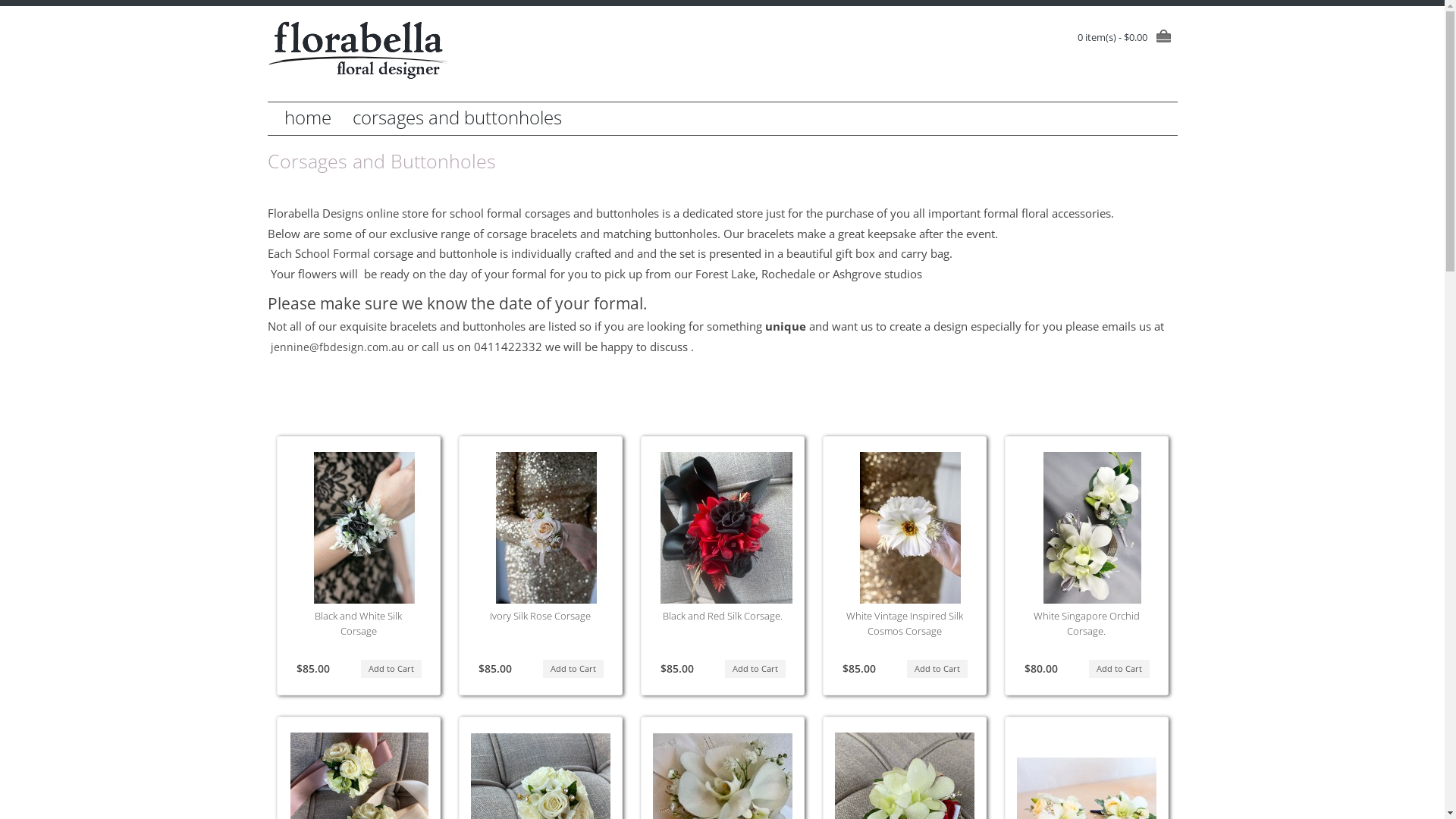 Image resolution: width=1456 pixels, height=819 pixels. Describe the element at coordinates (455, 116) in the screenshot. I see `'corsages and buttonholes'` at that location.